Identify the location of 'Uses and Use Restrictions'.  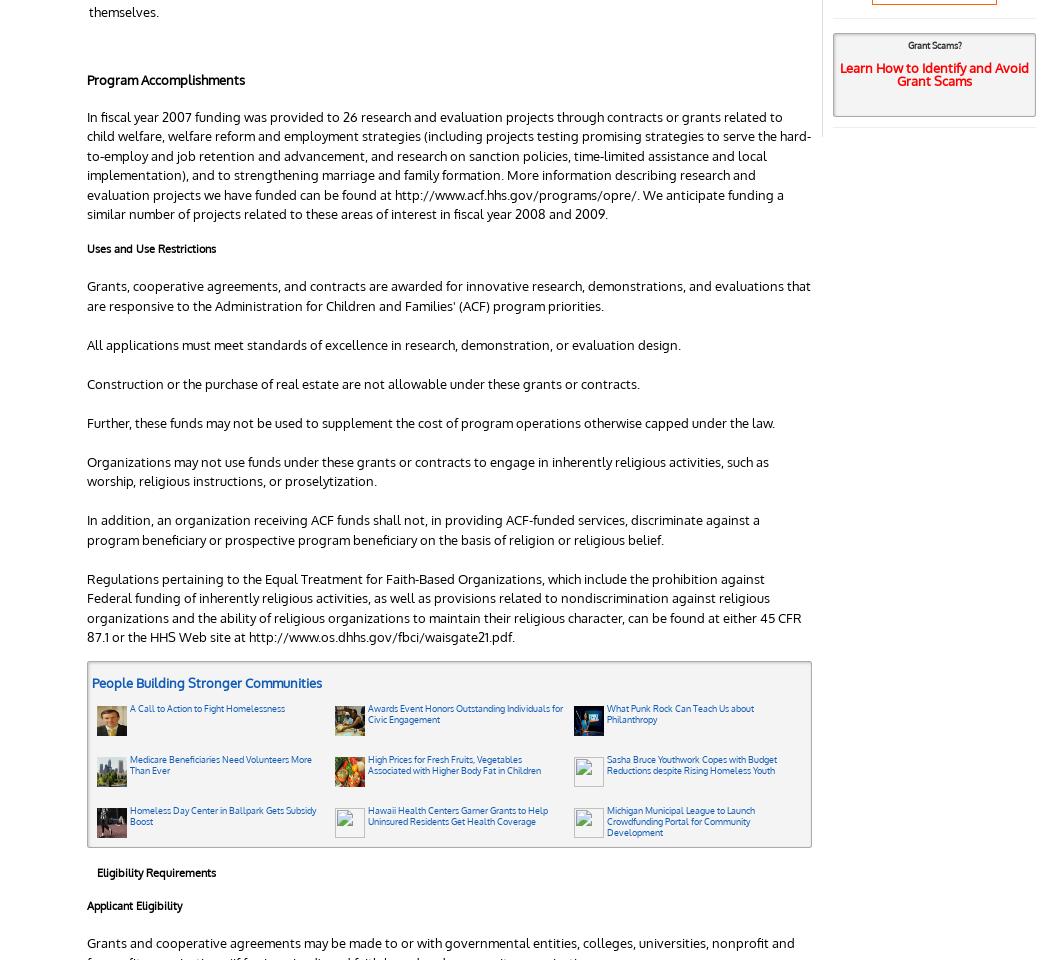
(151, 248).